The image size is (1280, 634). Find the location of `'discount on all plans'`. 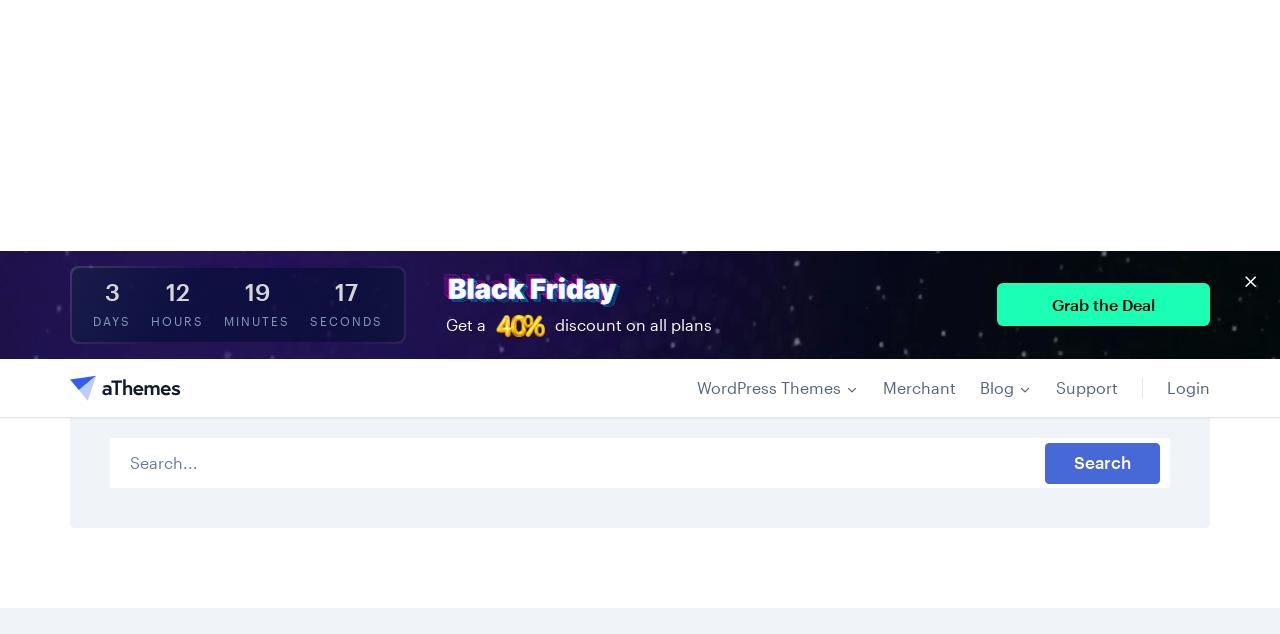

'discount on all plans' is located at coordinates (632, 72).